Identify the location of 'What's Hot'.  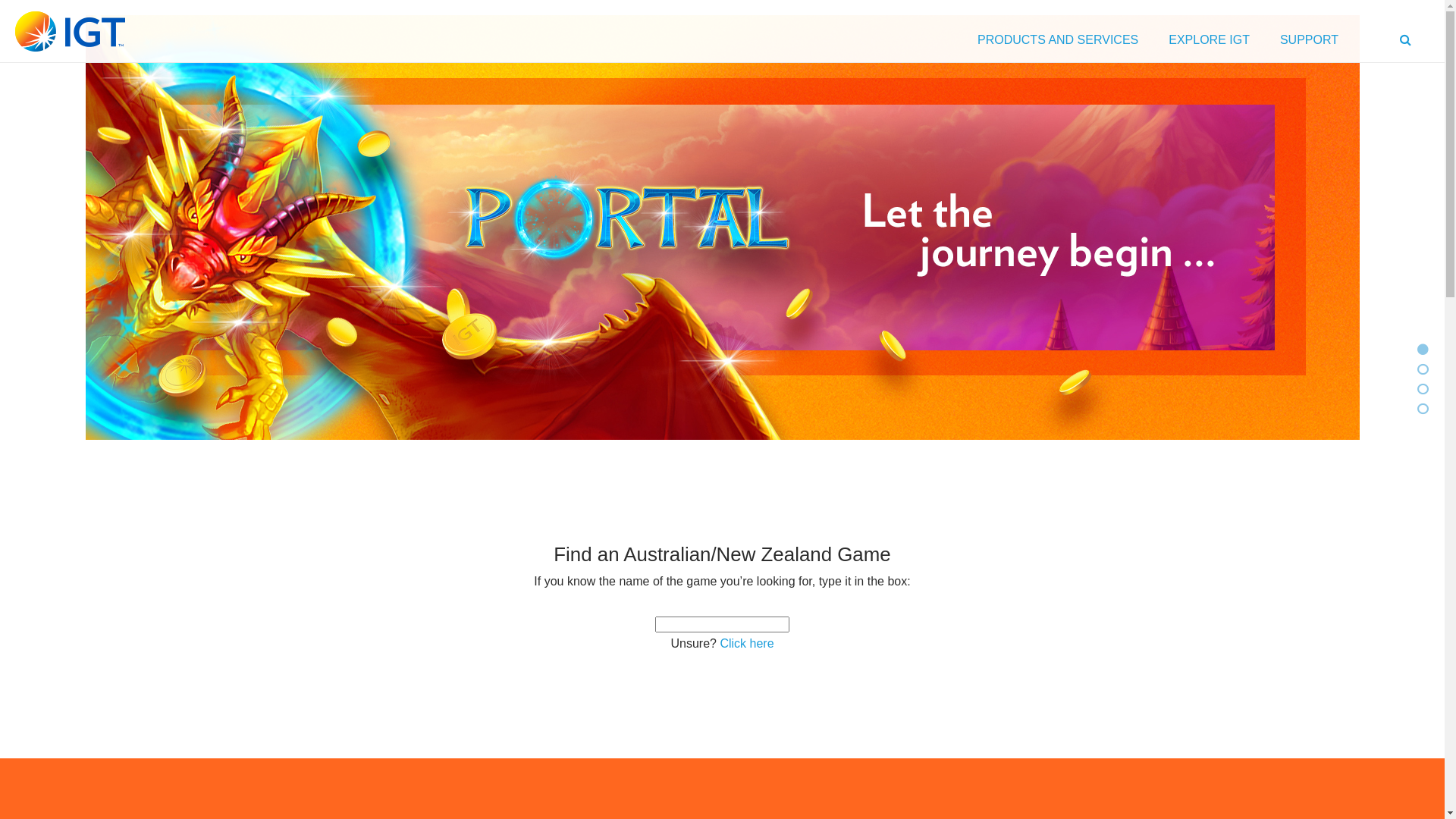
(1422, 350).